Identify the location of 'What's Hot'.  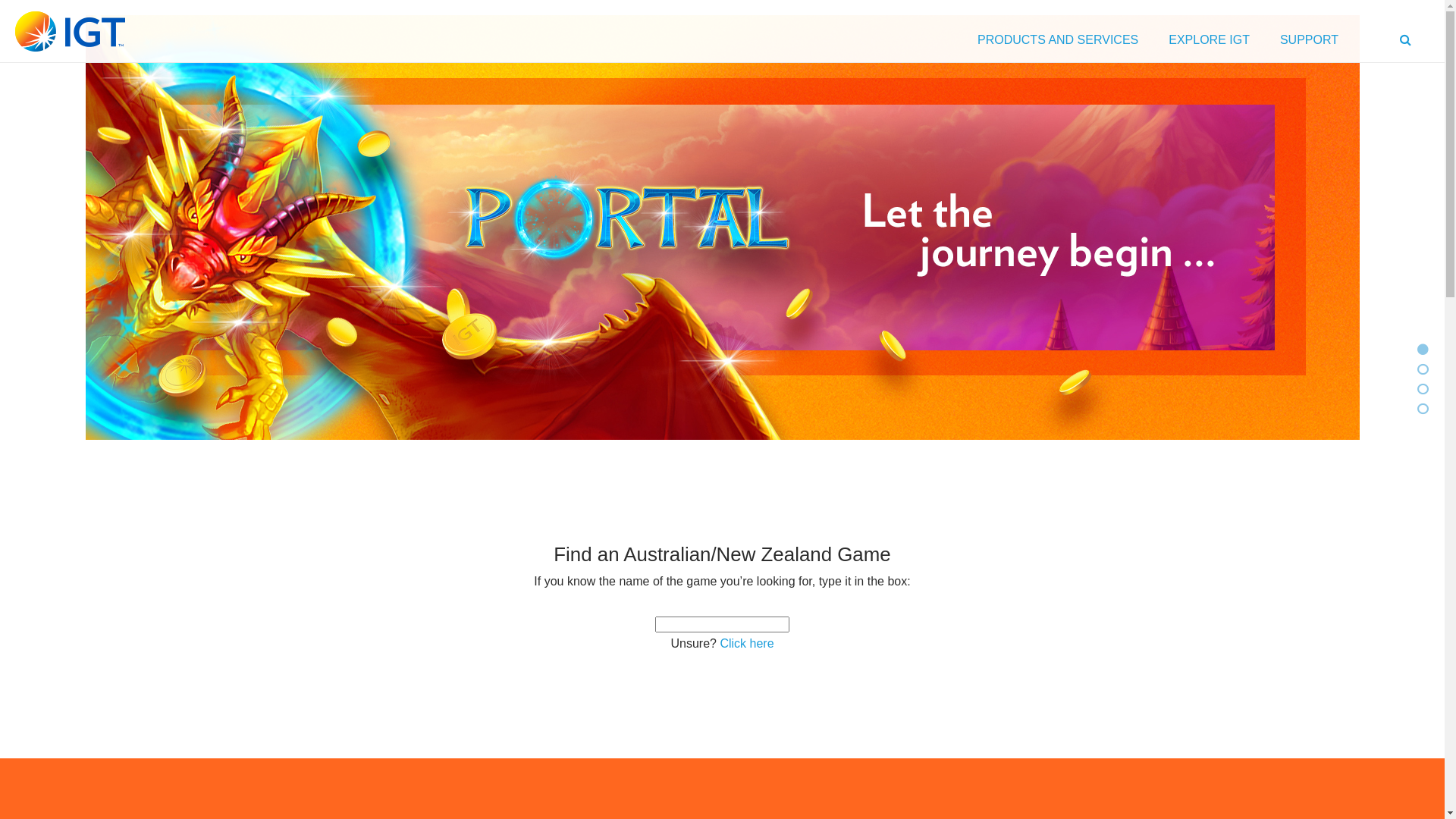
(1422, 350).